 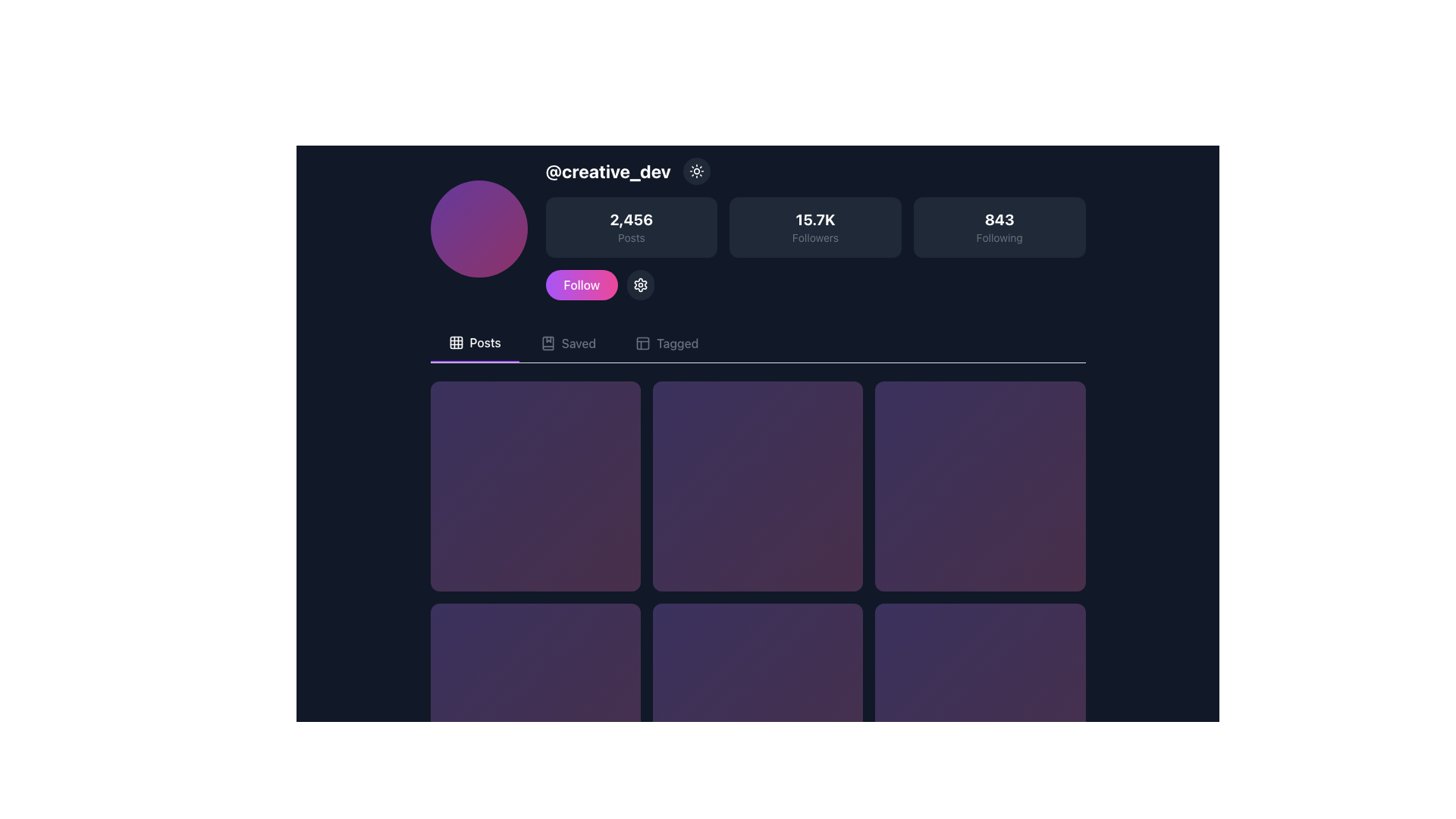 What do you see at coordinates (641, 284) in the screenshot?
I see `the circular settings button with a gear icon located to the right of the 'Follow' button in the header area` at bounding box center [641, 284].